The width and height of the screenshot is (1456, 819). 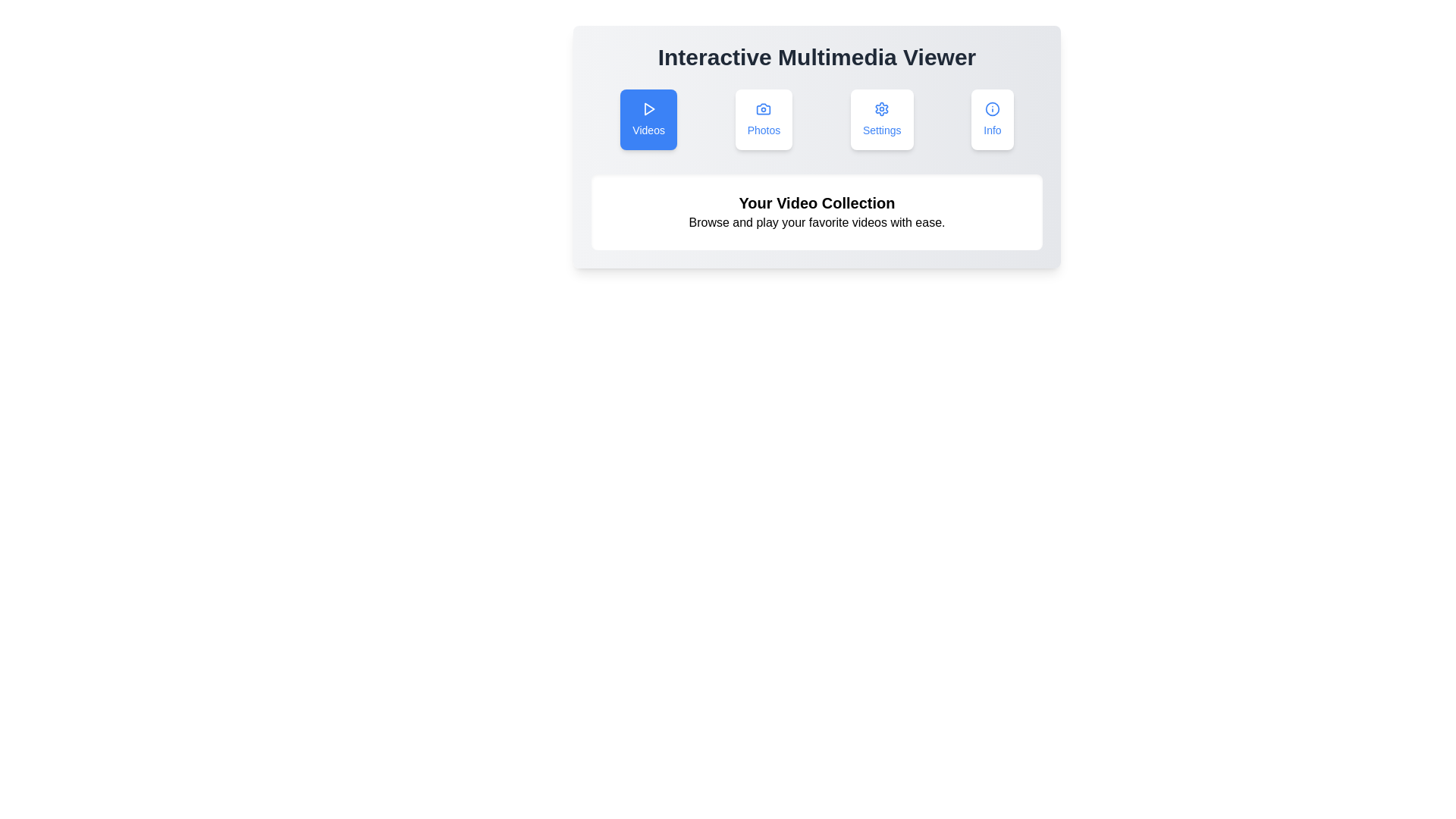 I want to click on the Settings button, which is a rectangular button with a white background and blue foreground, containing a gear icon and the word 'Settings' in blue text, located between the 'Photos' and 'Info' buttons, so click(x=882, y=119).